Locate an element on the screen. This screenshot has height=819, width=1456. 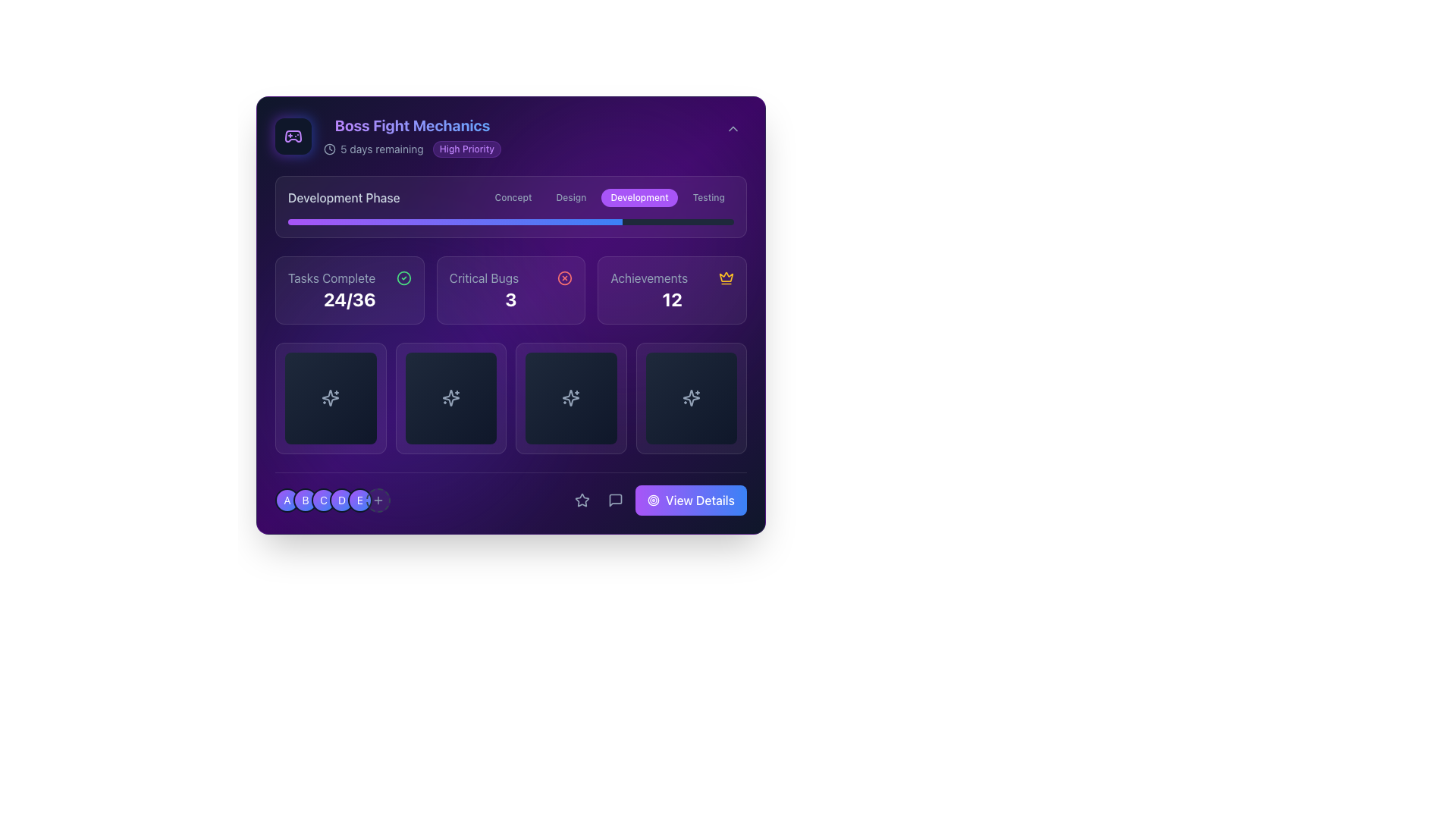
the third square card with a dark gradient background and a centered sparkles icon, located in the lower section of the interface is located at coordinates (570, 397).